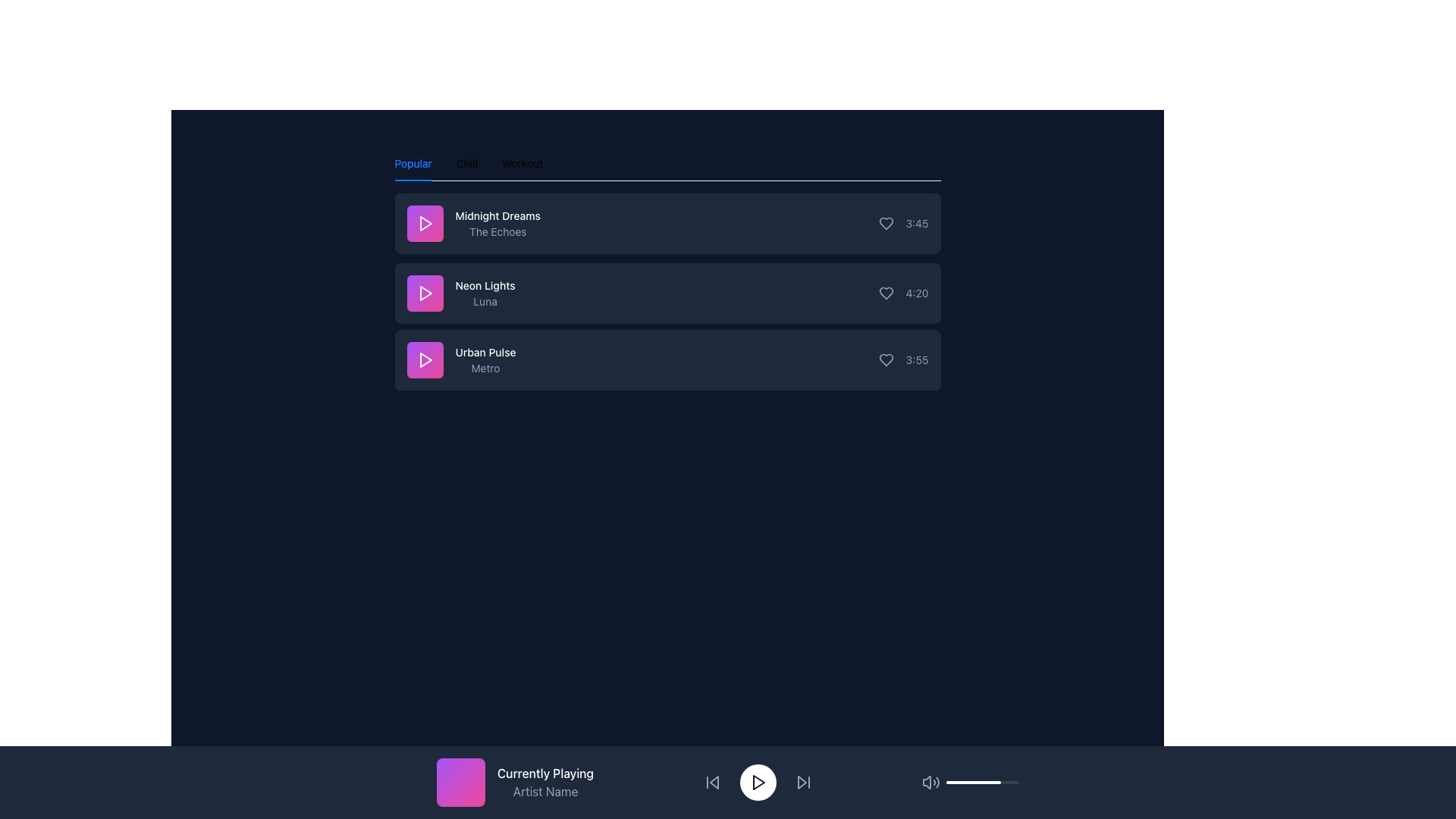 The image size is (1456, 819). I want to click on the interactive play button located to the left of the text 'Neon Lights Luna', so click(425, 293).